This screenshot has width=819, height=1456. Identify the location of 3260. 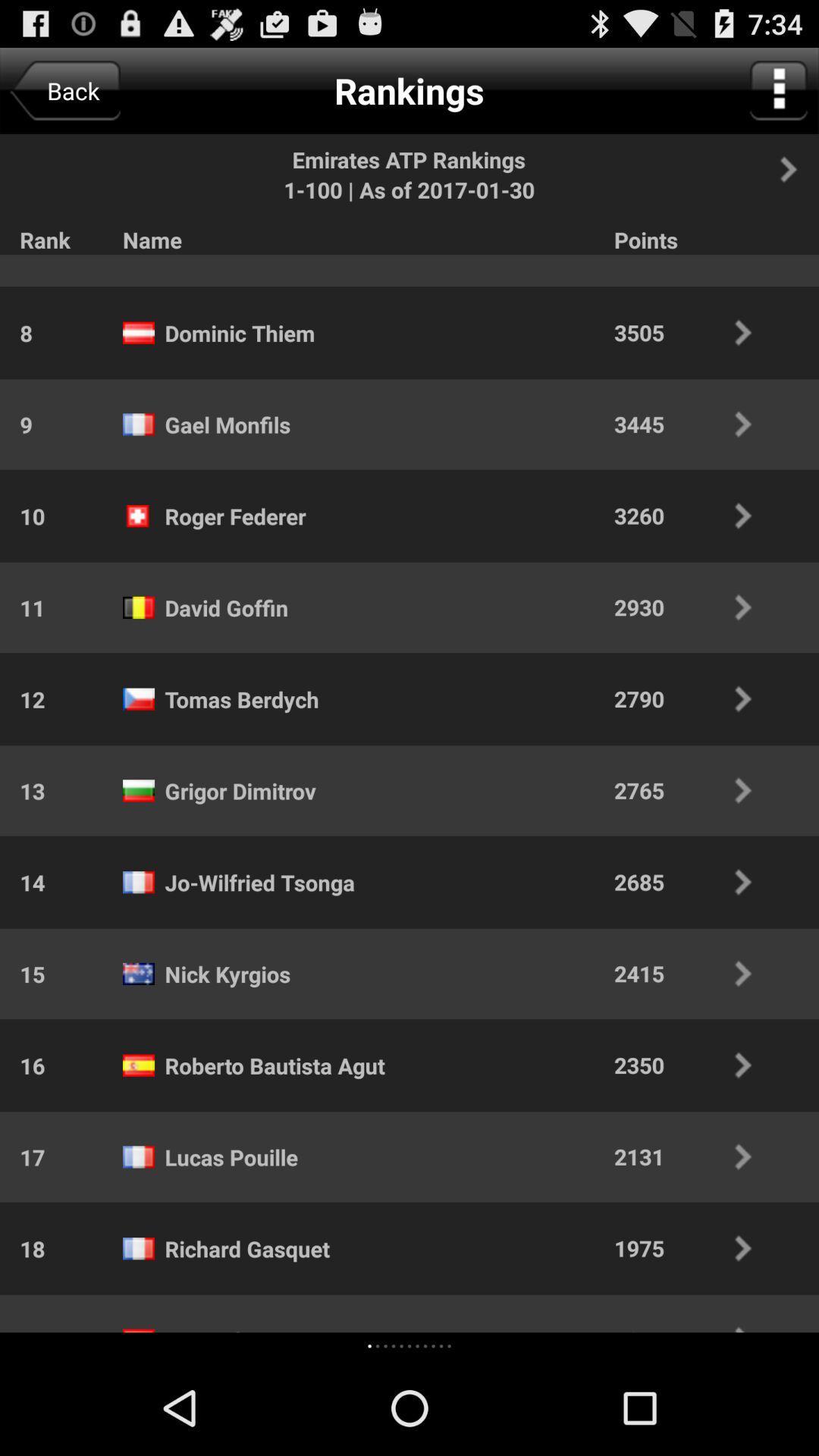
(693, 516).